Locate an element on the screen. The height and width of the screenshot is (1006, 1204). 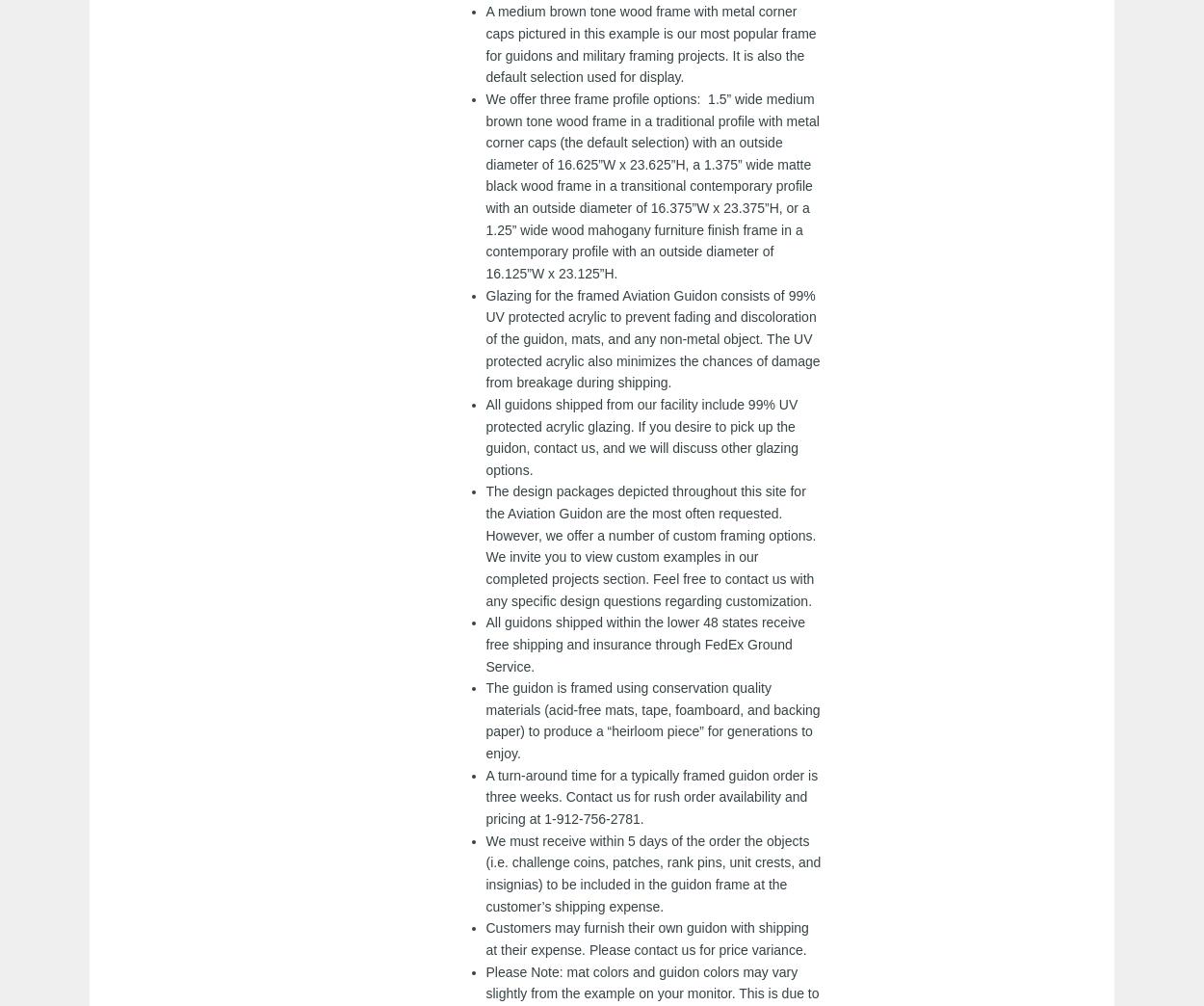
'All guidons shipped from our facility include 99% UV protected acrylic glazing. If you desire to pick up the guidon, contact us, and we will discuss other glazing options.' is located at coordinates (641, 435).